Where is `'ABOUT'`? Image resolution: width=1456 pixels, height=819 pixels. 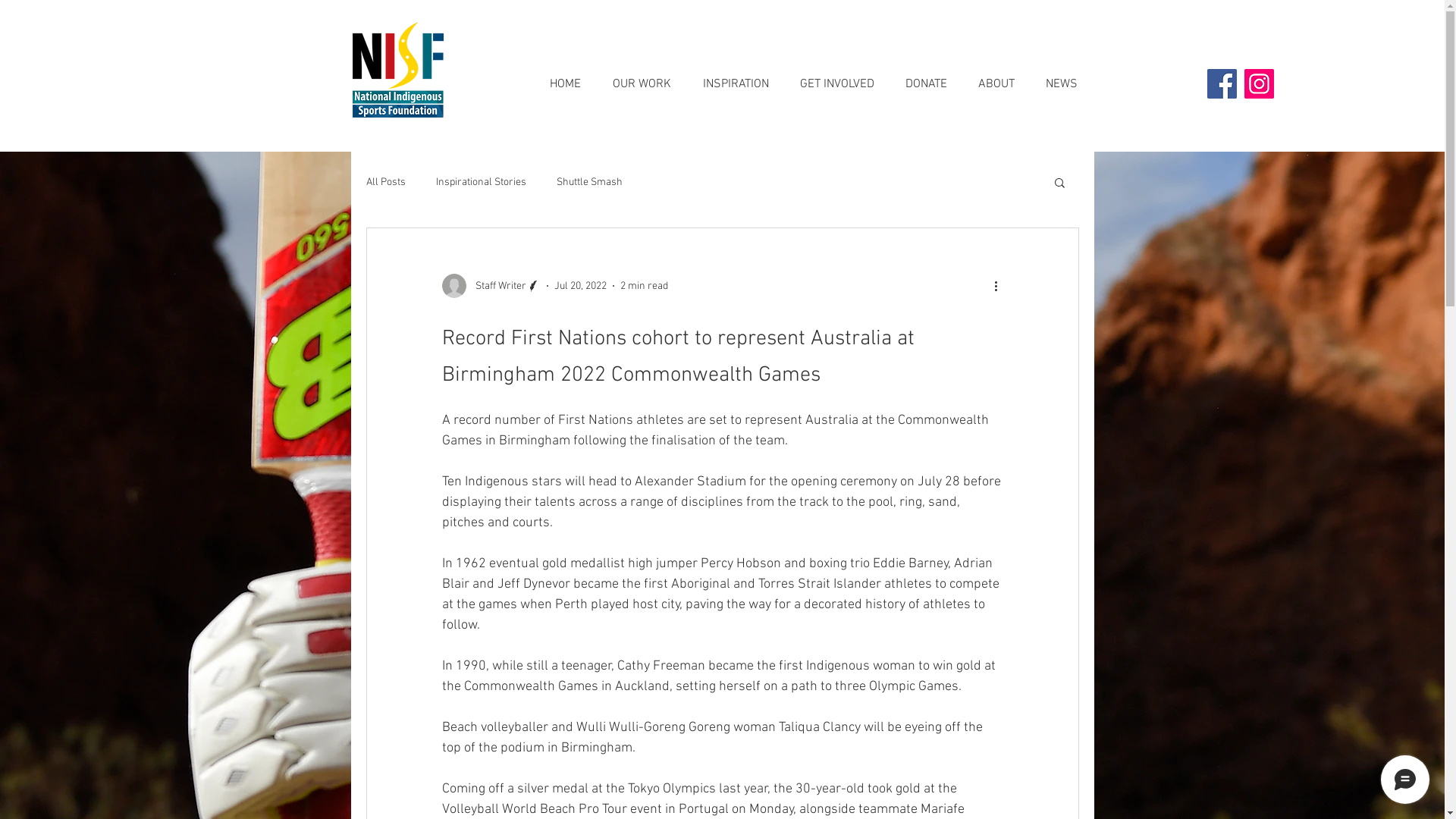
'ABOUT' is located at coordinates (996, 77).